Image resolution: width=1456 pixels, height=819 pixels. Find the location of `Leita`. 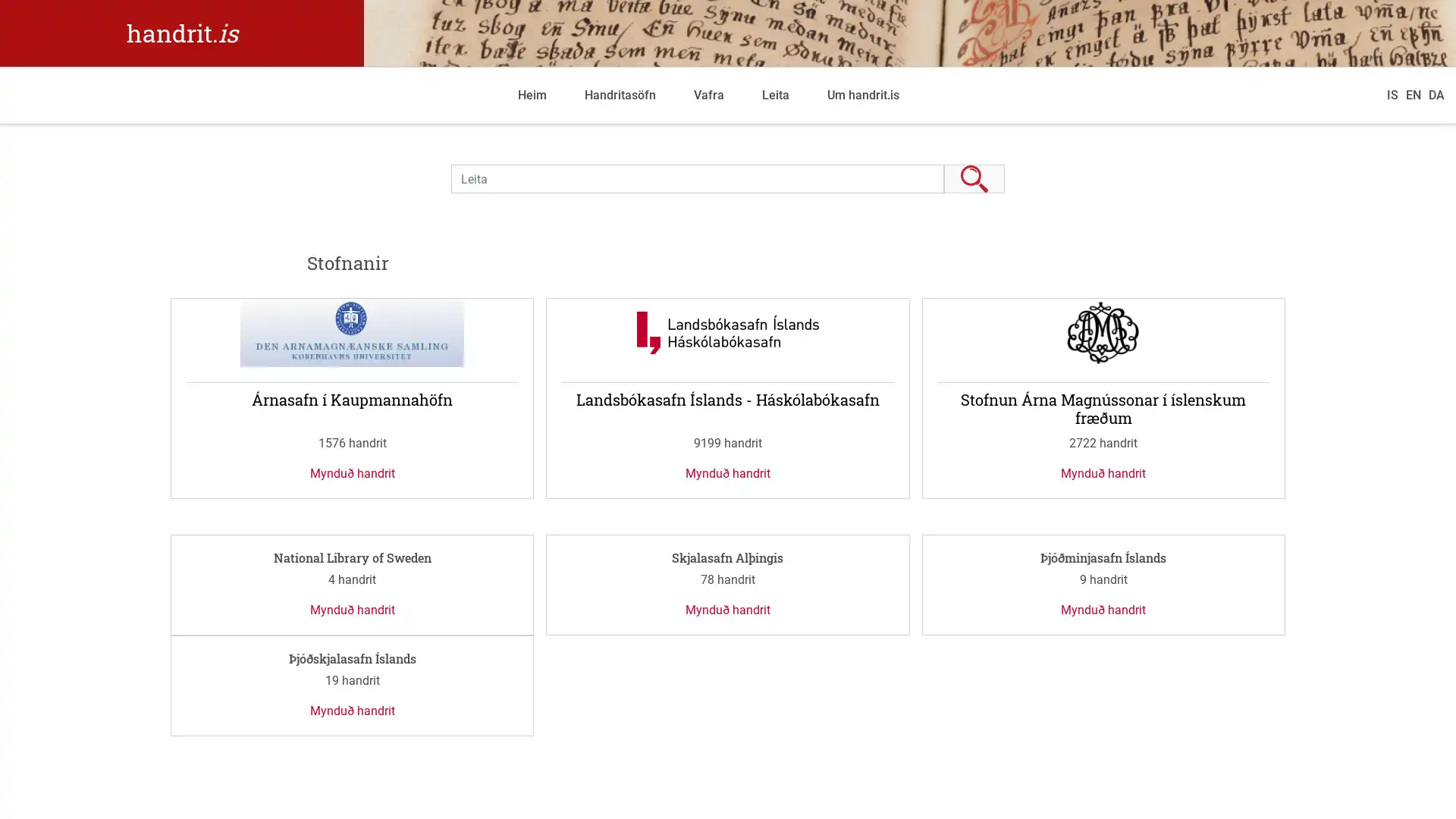

Leita is located at coordinates (974, 177).